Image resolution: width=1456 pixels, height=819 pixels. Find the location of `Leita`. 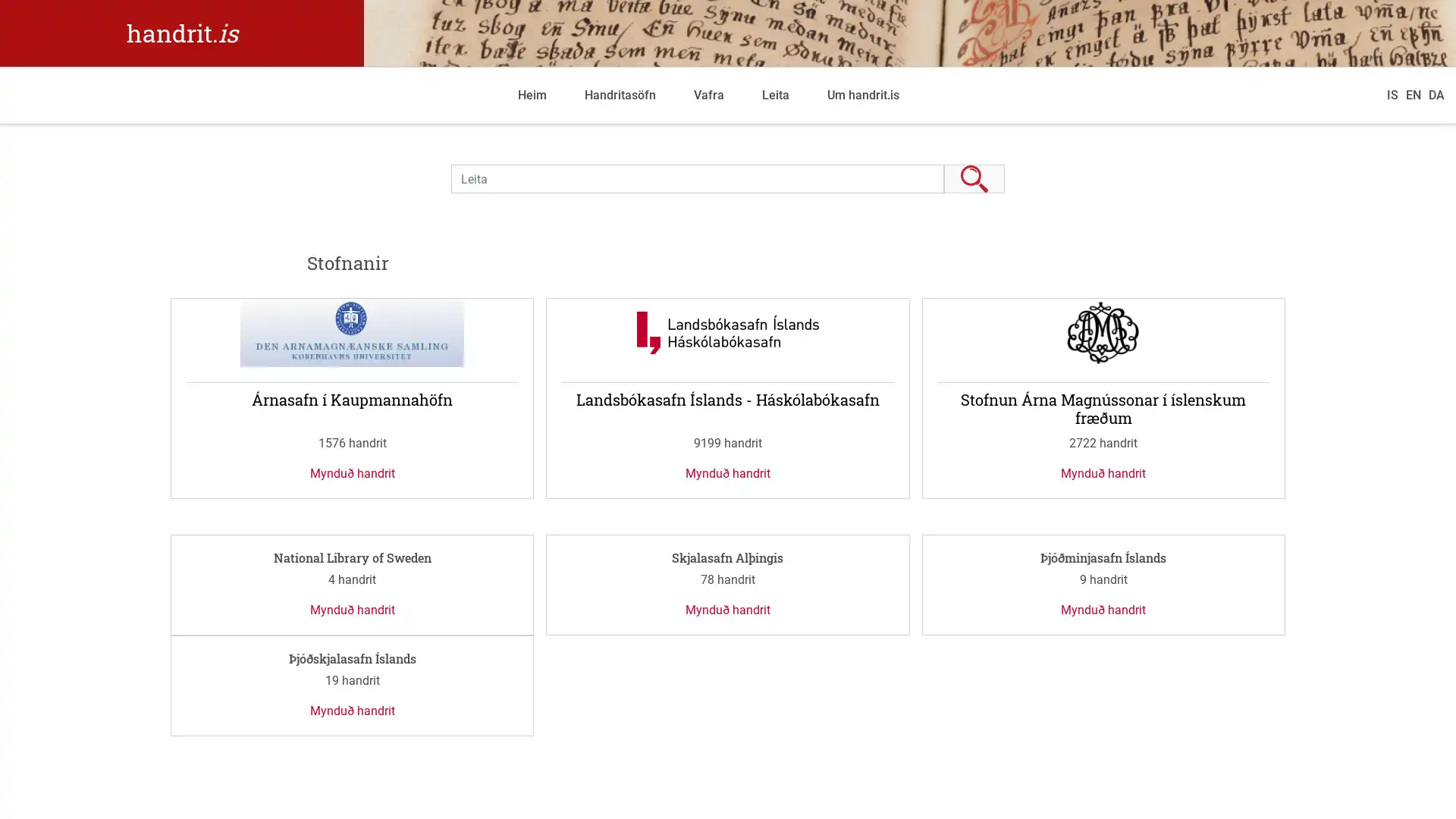

Leita is located at coordinates (974, 177).